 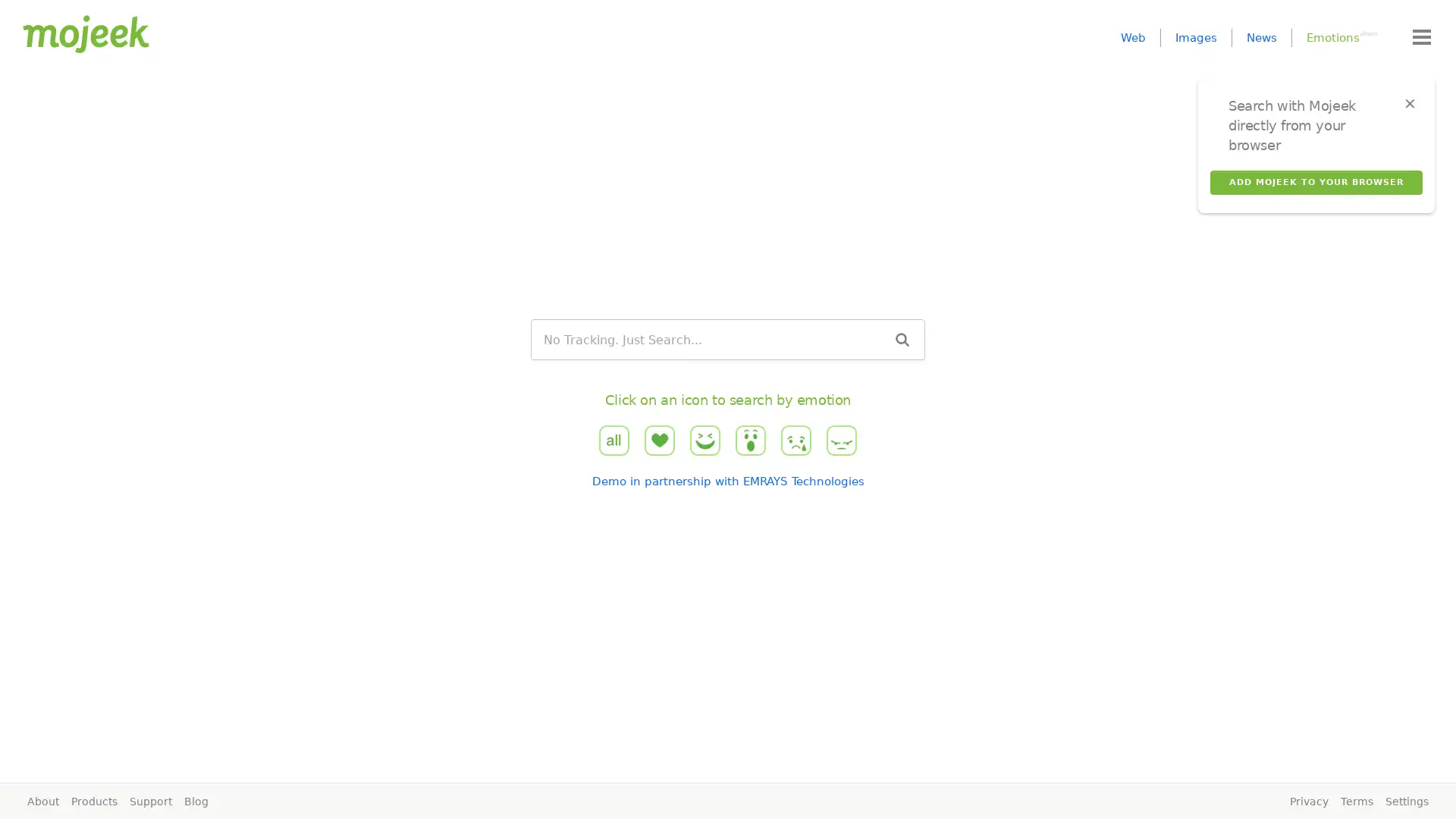 What do you see at coordinates (750, 441) in the screenshot?
I see `wow` at bounding box center [750, 441].